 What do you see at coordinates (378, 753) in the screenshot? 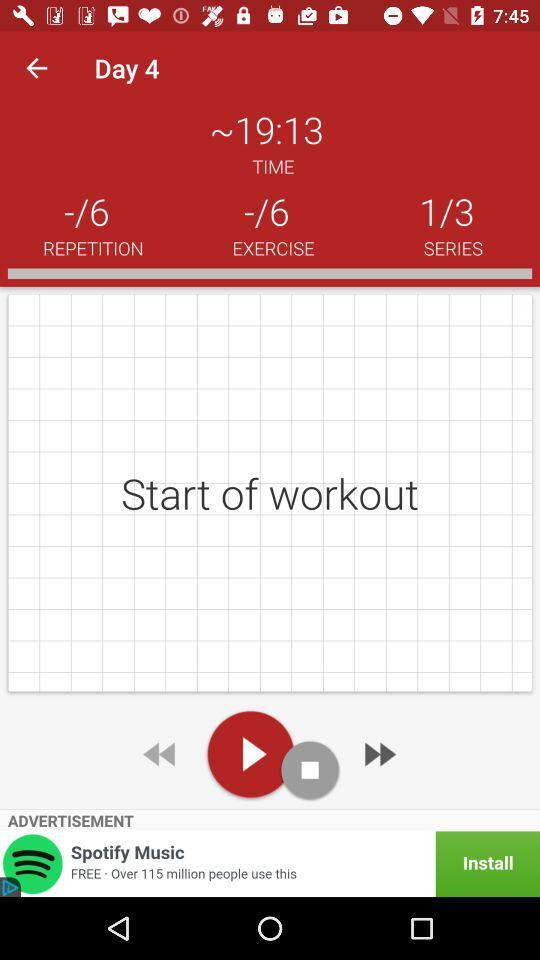
I see `next workout` at bounding box center [378, 753].